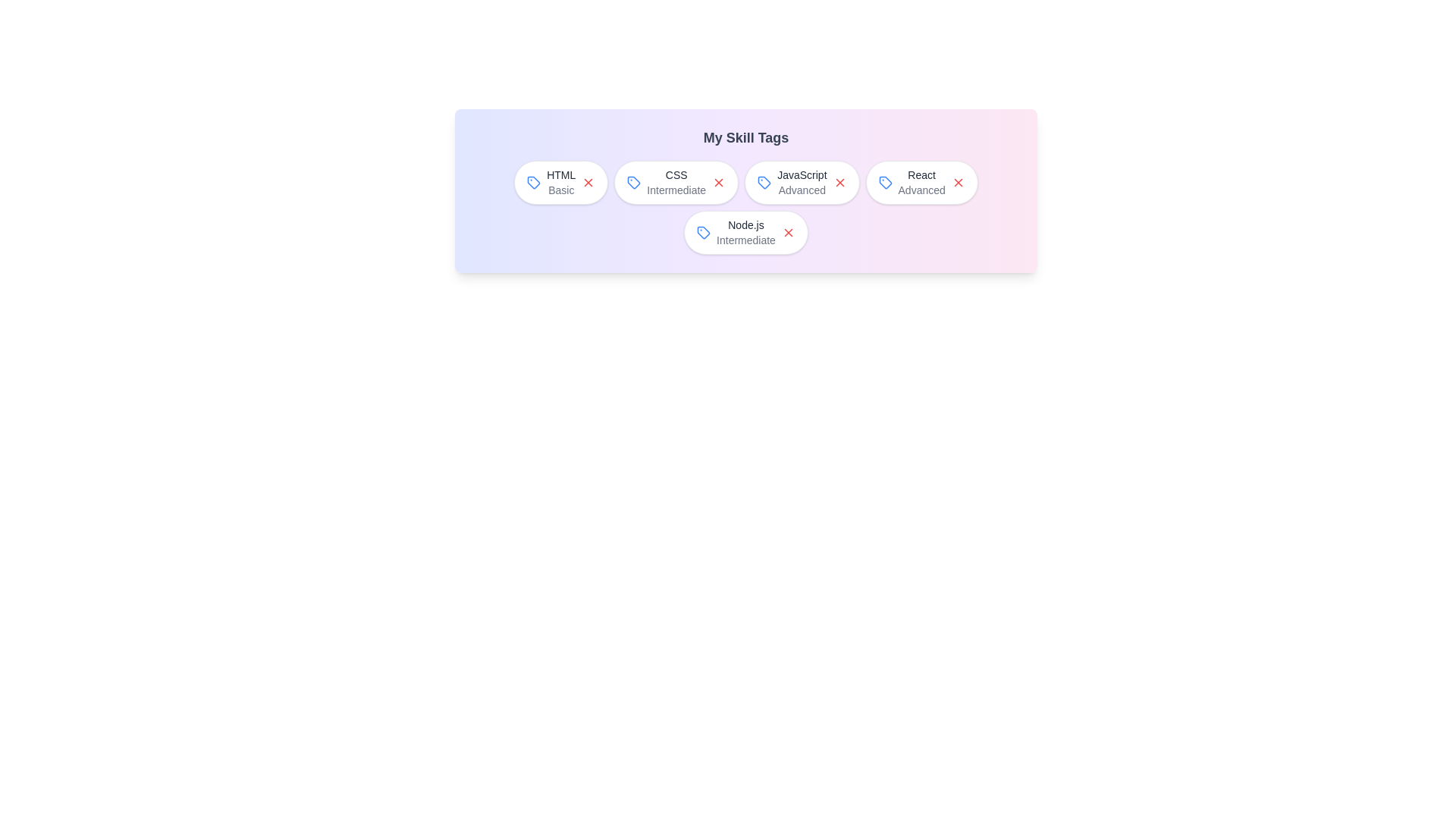 Image resolution: width=1456 pixels, height=819 pixels. What do you see at coordinates (703, 233) in the screenshot?
I see `the tag icon next to the skill Node.js` at bounding box center [703, 233].